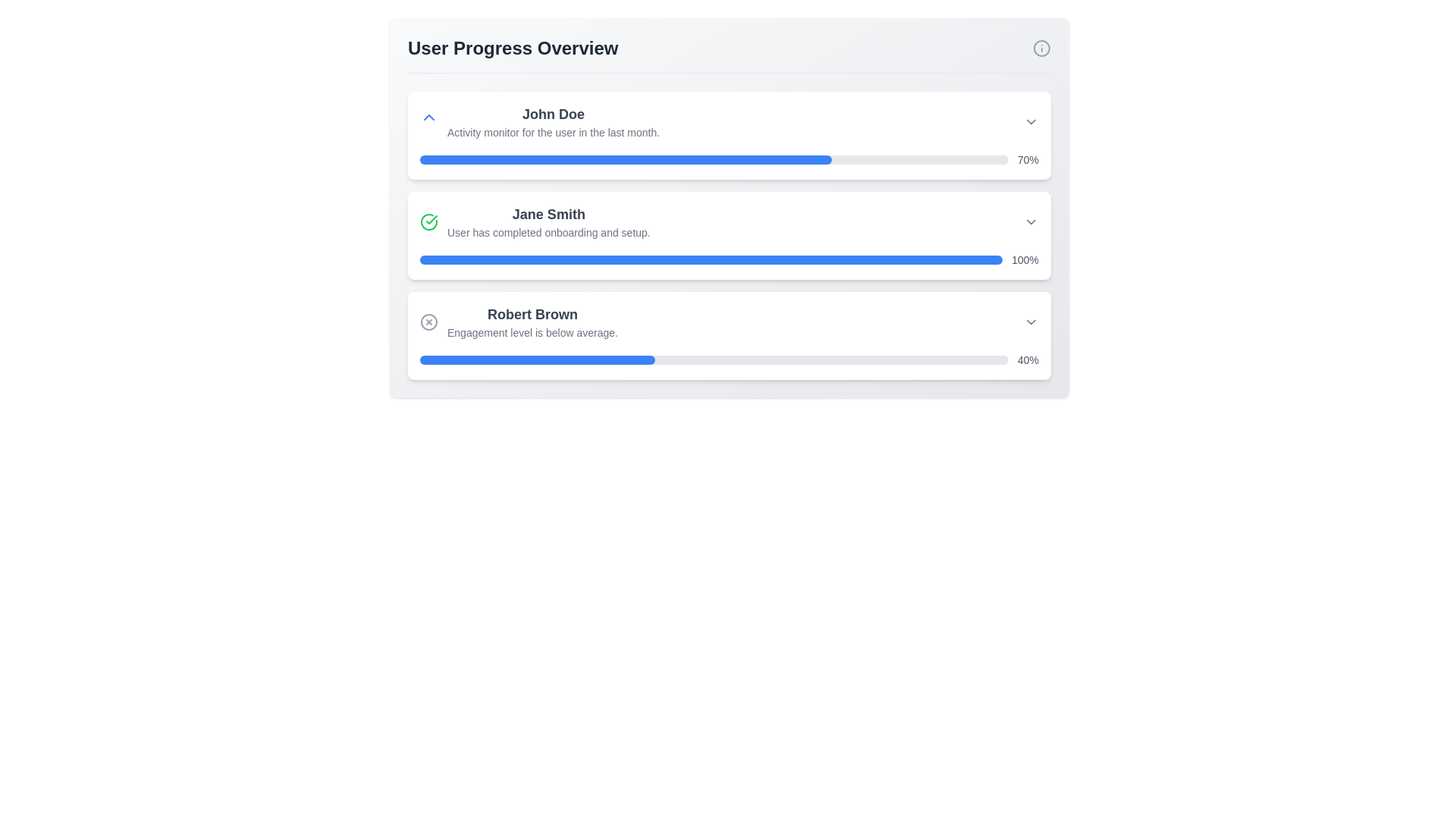 Image resolution: width=1456 pixels, height=819 pixels. Describe the element at coordinates (1031, 222) in the screenshot. I see `the Dropdown toggle icon at the right end of the row associated with 'Jane Smith'` at that location.